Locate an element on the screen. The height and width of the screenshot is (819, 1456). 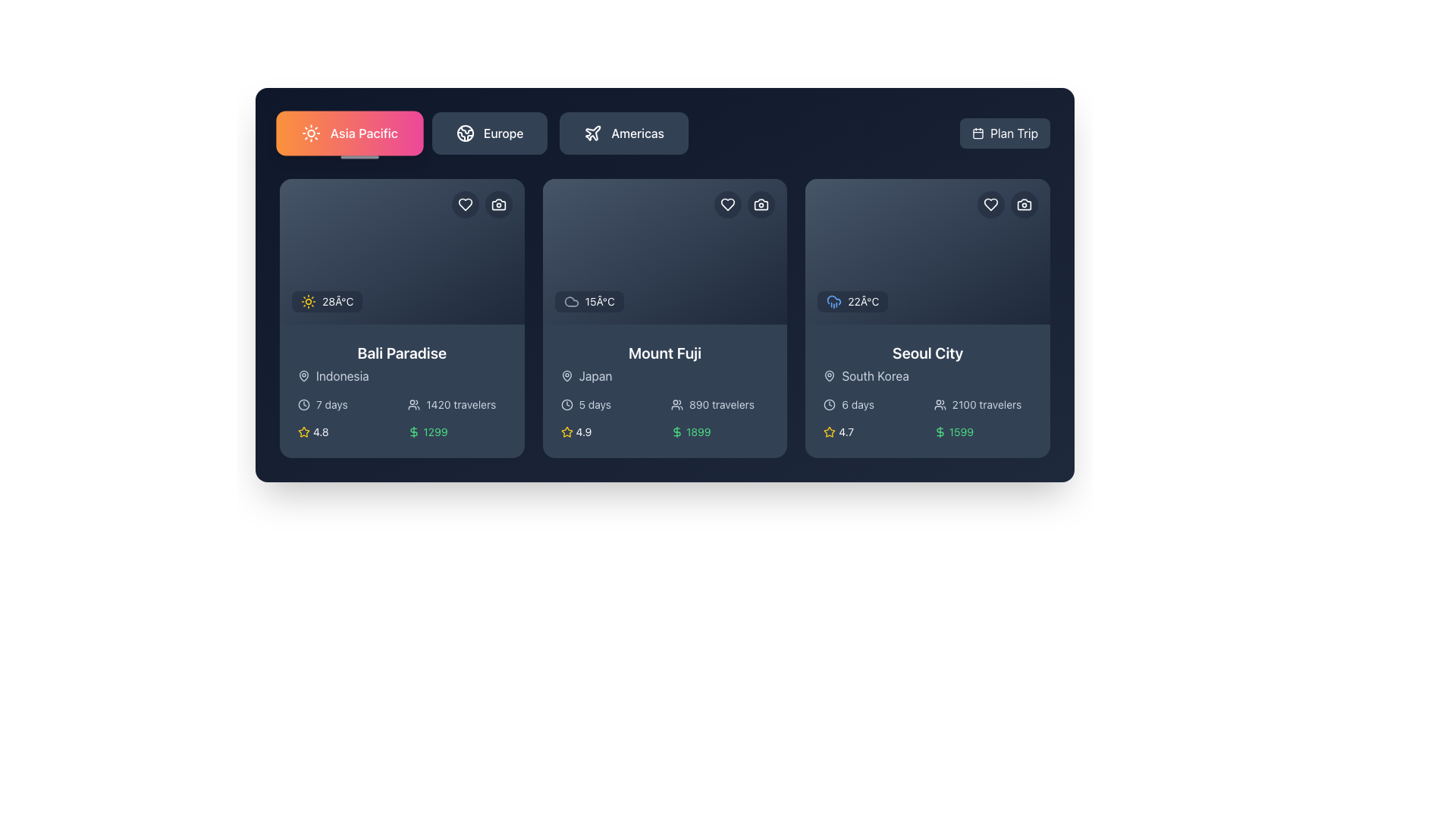
informational text indicating the number of travelers associated with the 'Bali Paradise' card, located in the lower section of the first dark card in a horizontal grid layout is located at coordinates (457, 403).